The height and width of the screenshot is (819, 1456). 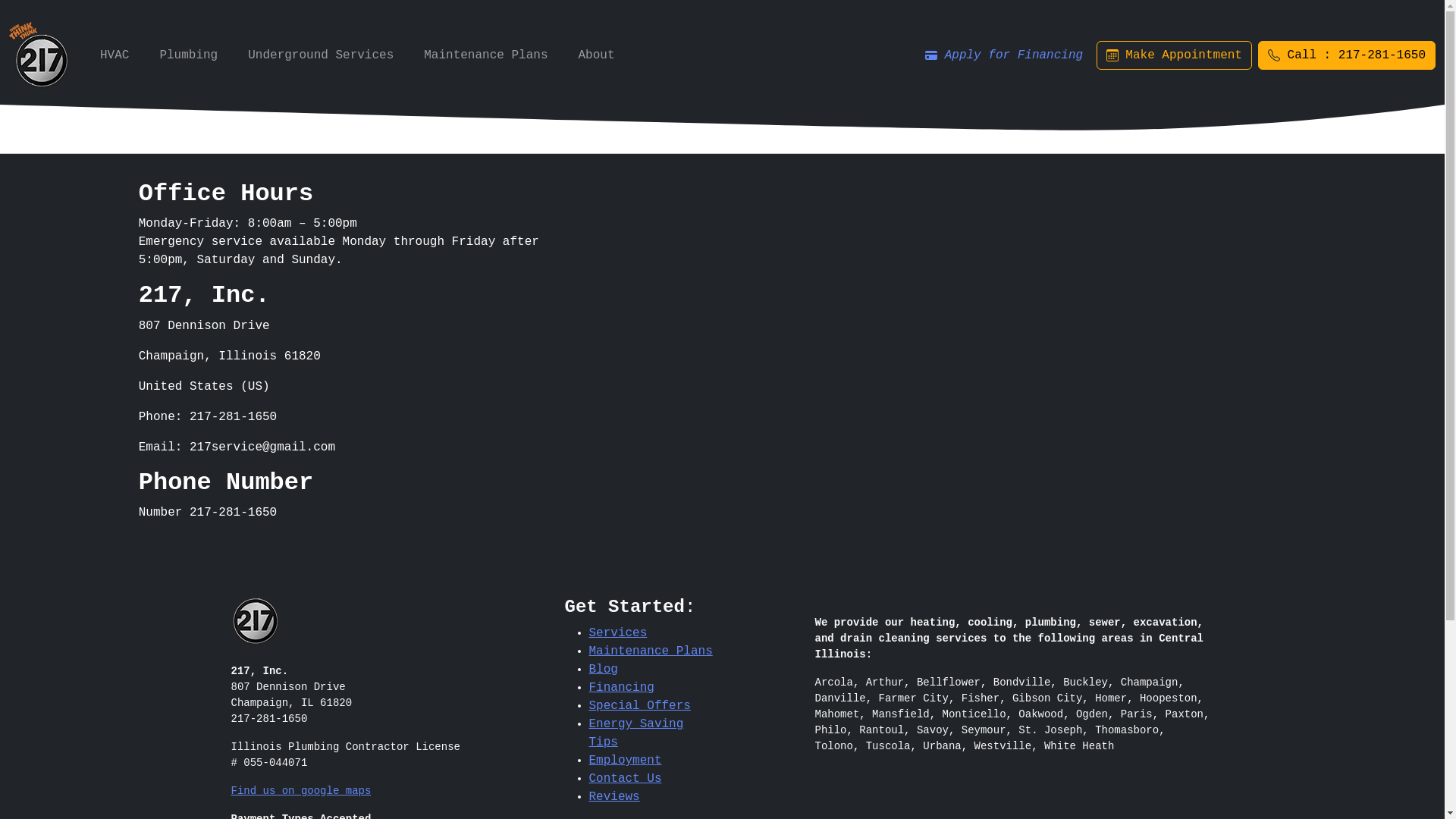 I want to click on 'Maintenance Plans', so click(x=588, y=651).